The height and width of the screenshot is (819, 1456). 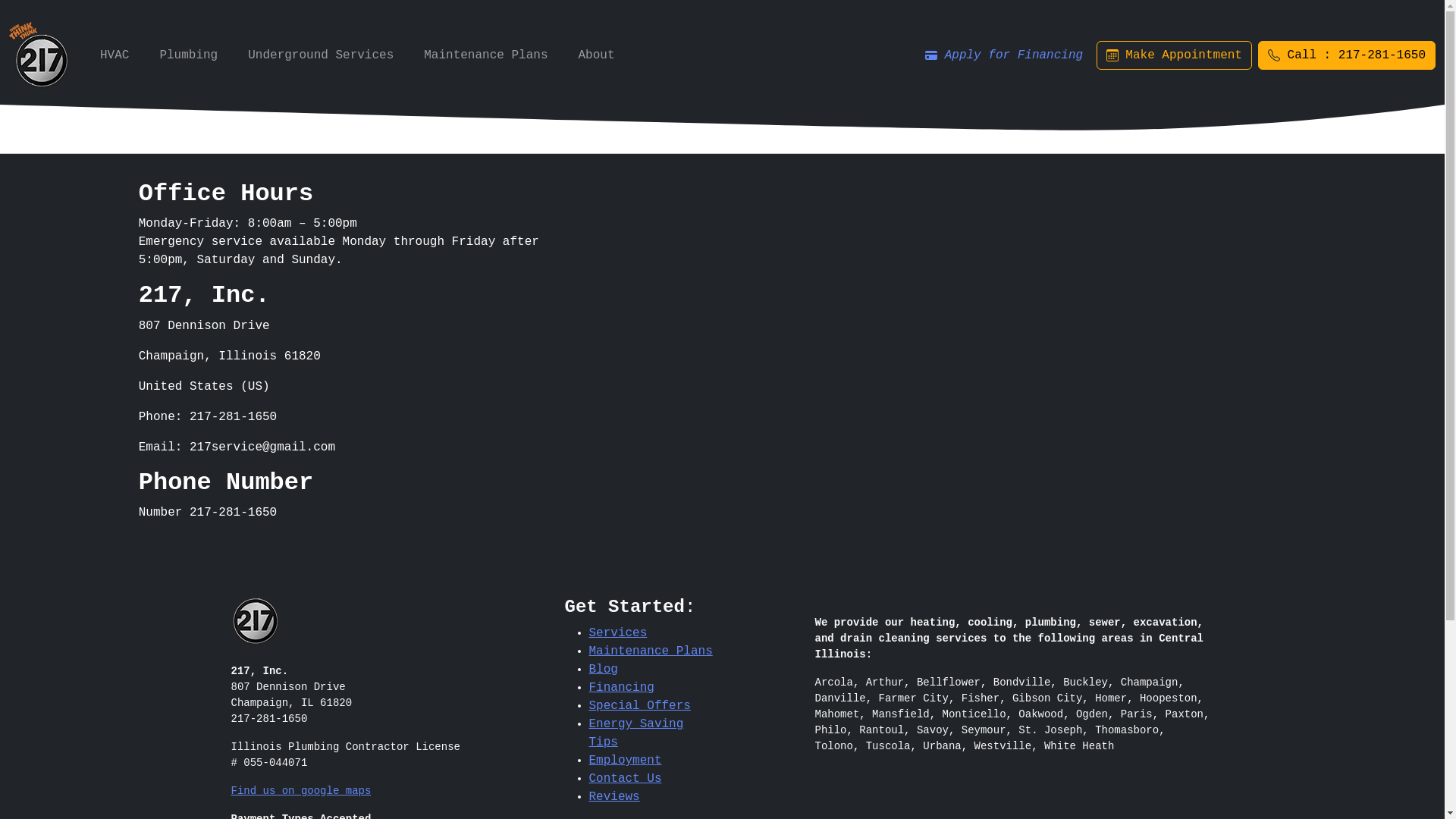 I want to click on 'Maintenance Plans', so click(x=588, y=651).